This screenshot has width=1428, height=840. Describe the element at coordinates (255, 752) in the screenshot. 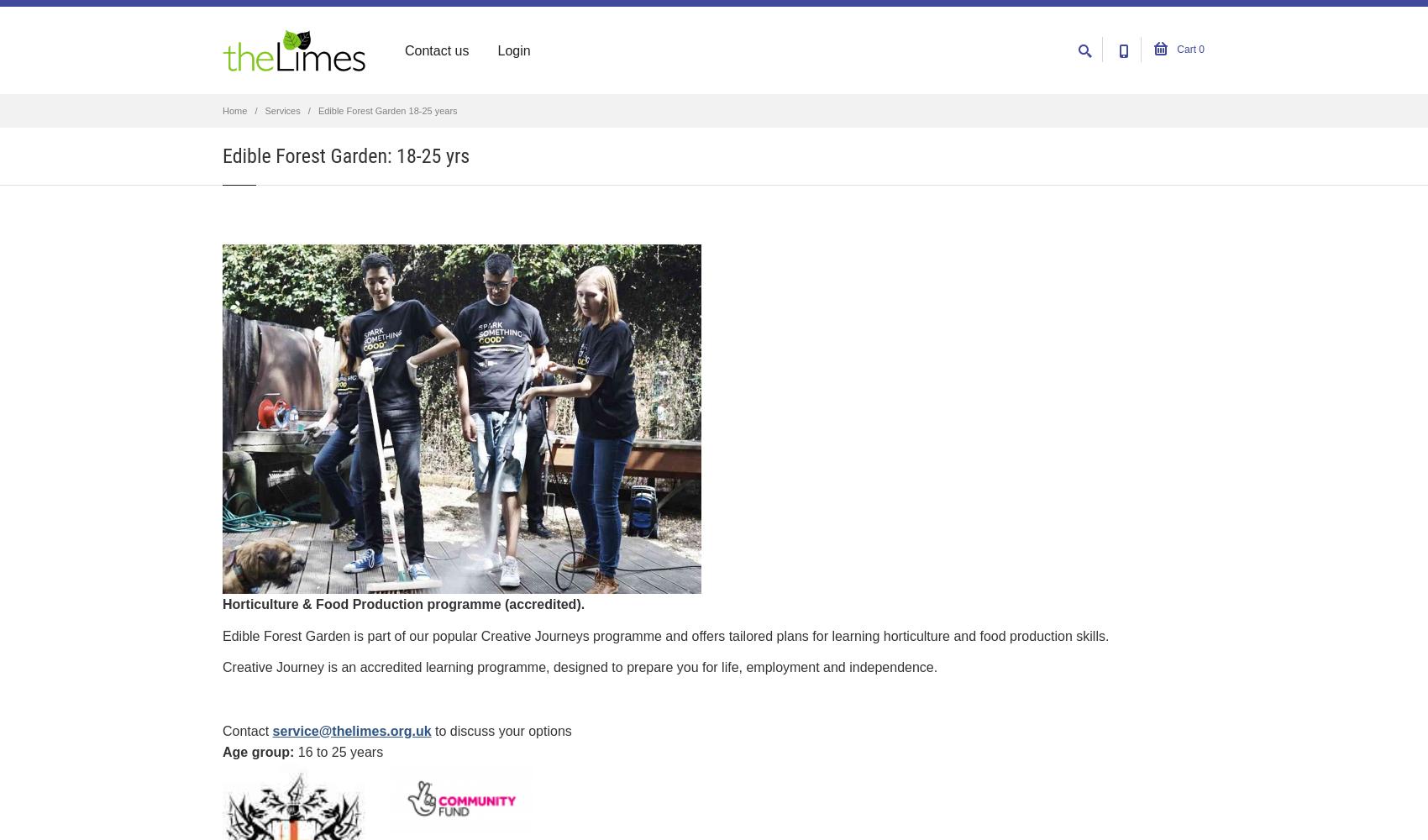

I see `'Age group'` at that location.